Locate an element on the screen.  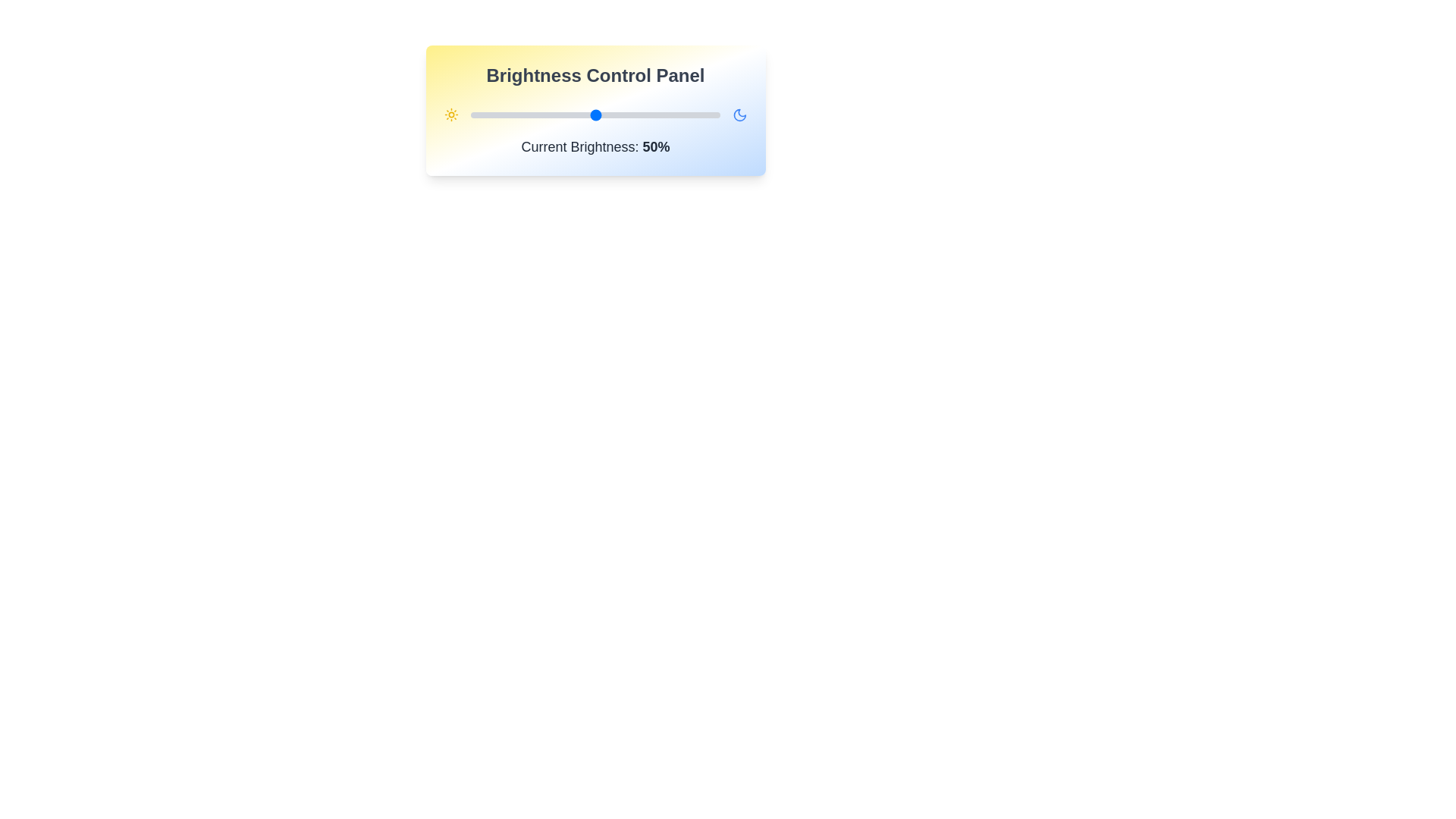
the brightness is located at coordinates (528, 114).